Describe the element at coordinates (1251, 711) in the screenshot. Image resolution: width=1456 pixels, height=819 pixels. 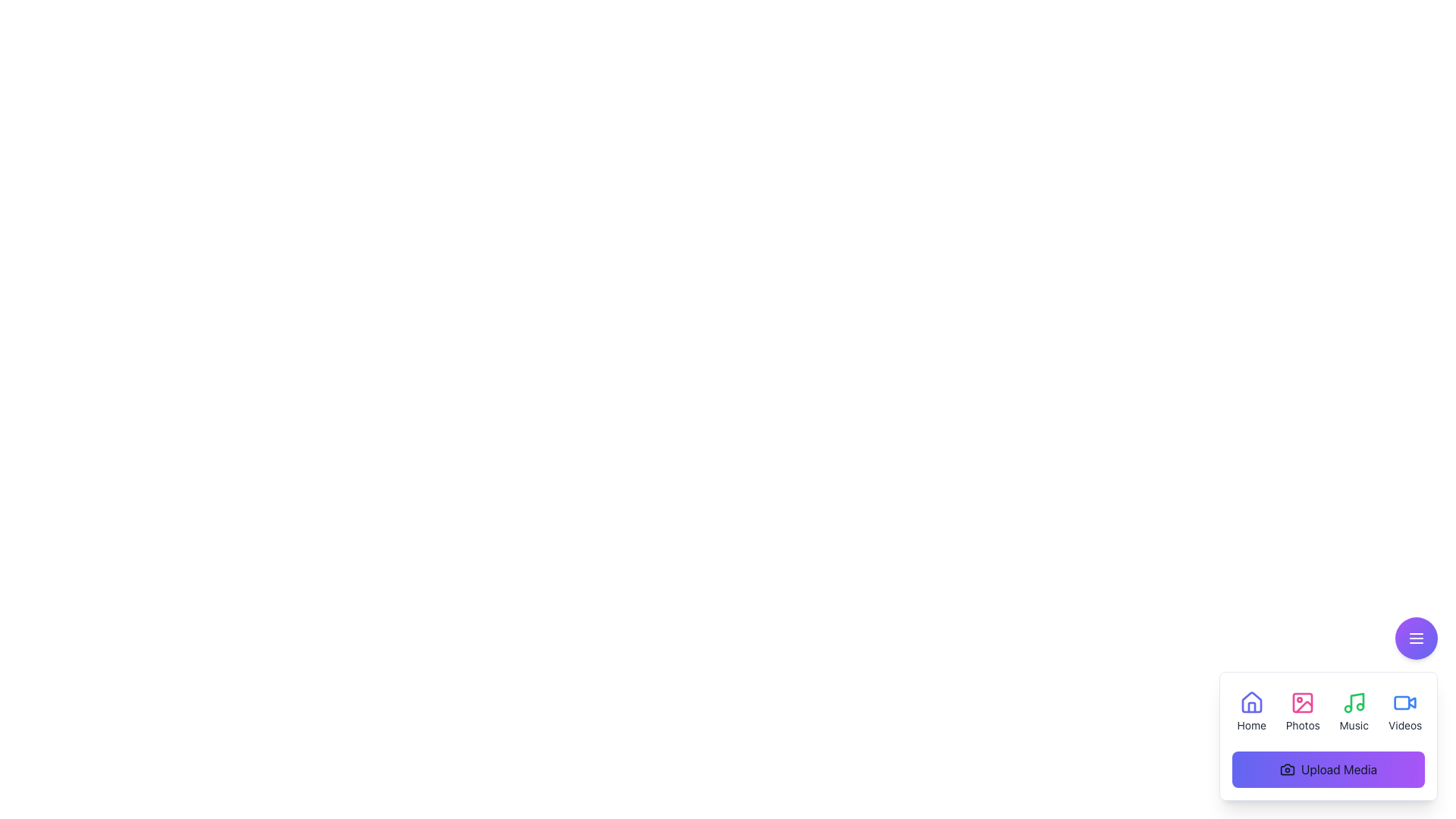
I see `the 'Home' button, which features a blue house icon above the text label 'Home'` at that location.